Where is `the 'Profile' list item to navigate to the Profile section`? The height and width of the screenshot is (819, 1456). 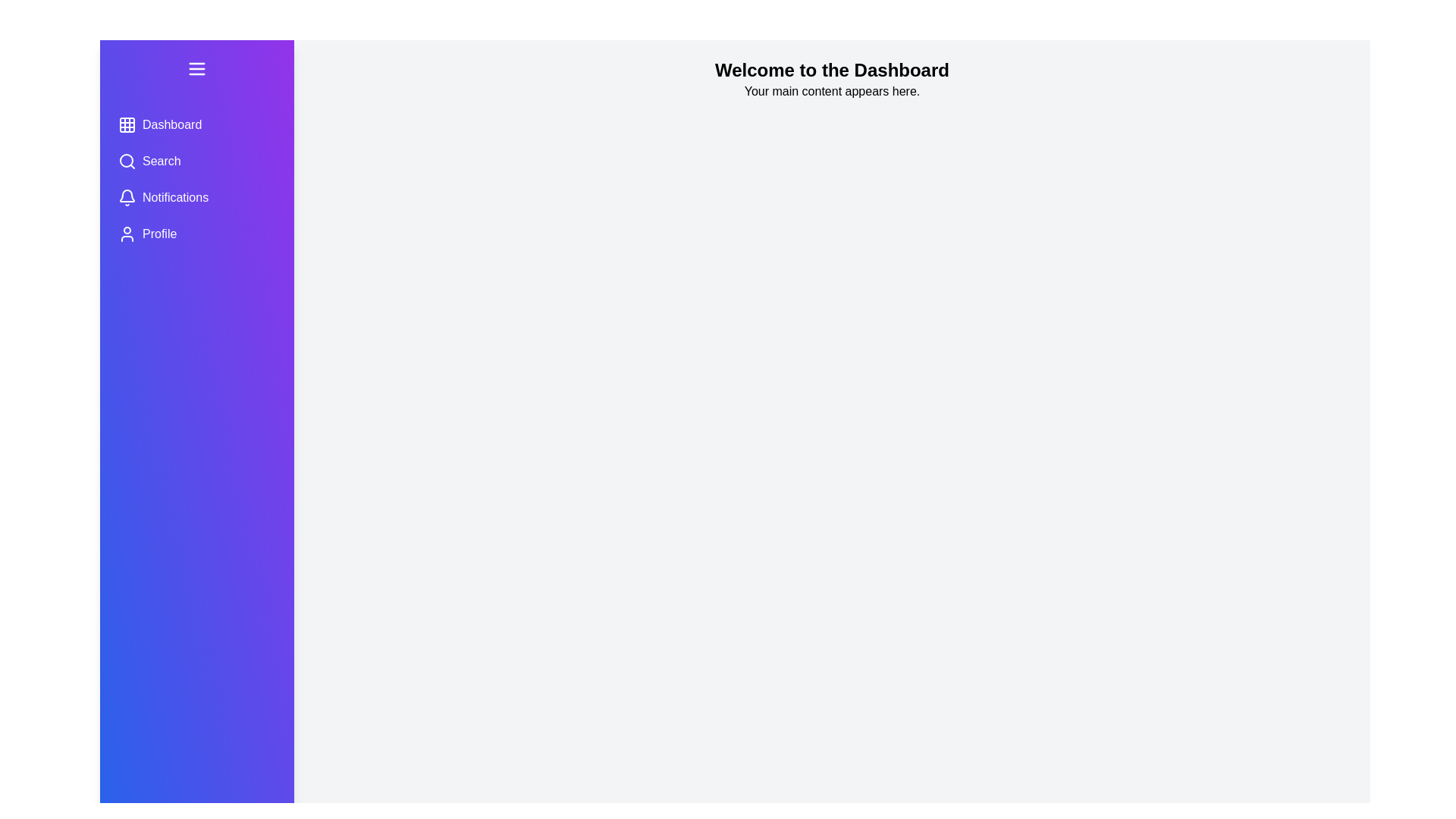
the 'Profile' list item to navigate to the Profile section is located at coordinates (196, 234).